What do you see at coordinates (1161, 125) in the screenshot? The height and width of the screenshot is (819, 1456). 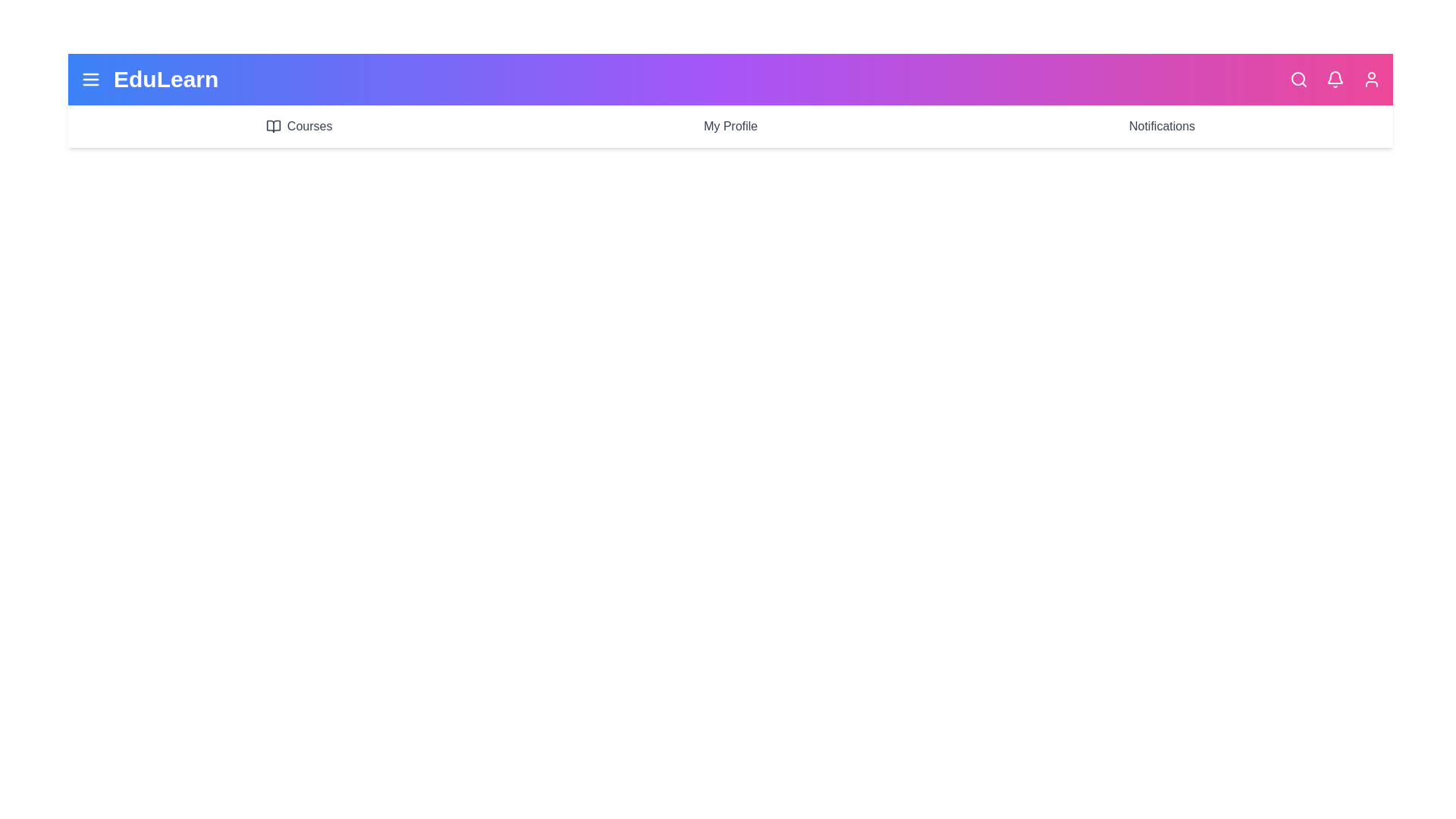 I see `the 'Notifications' label to navigate to the 'Notifications' section` at bounding box center [1161, 125].